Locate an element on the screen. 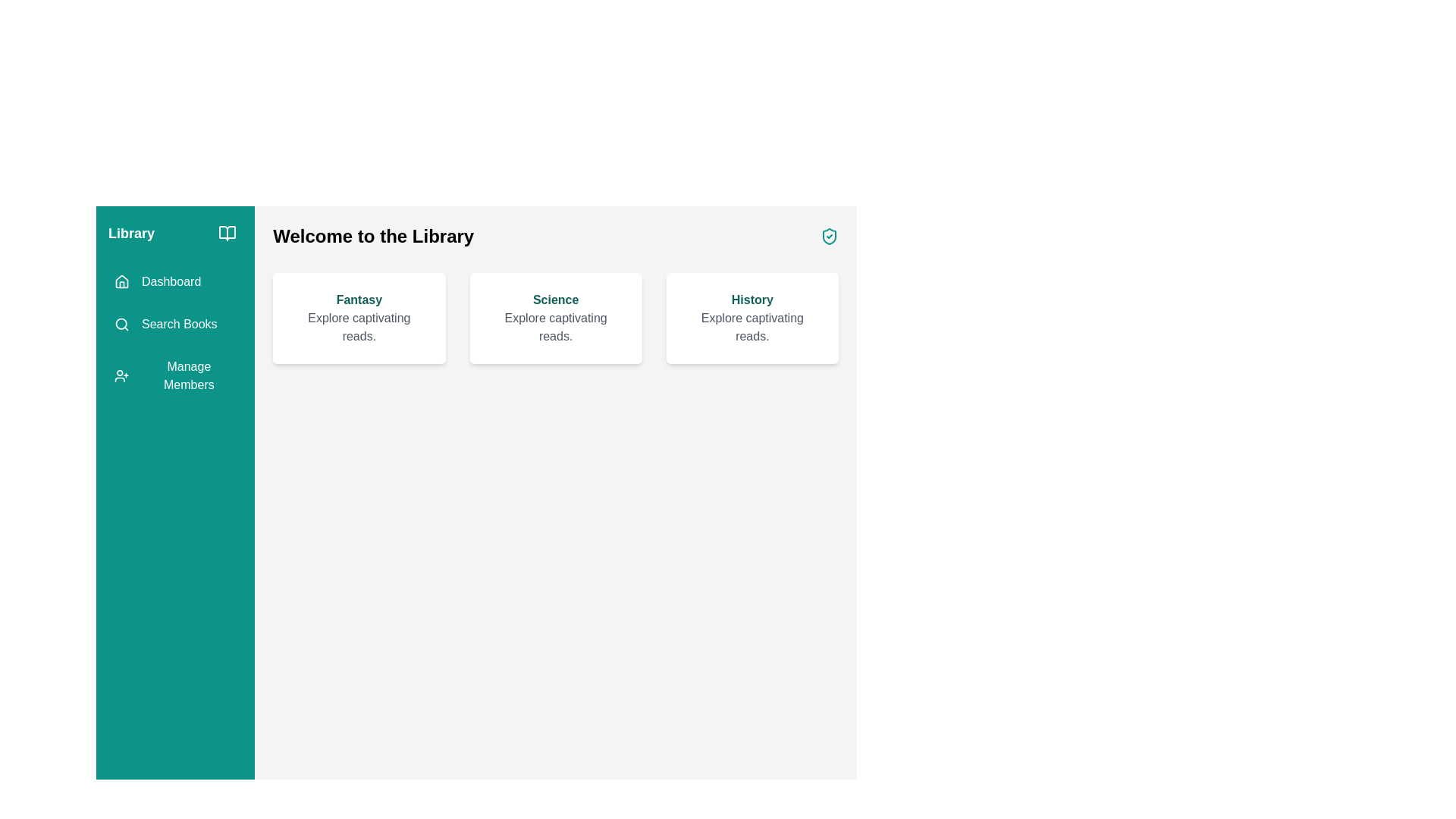  the 'Manage Members' menu item in the sidebar, which features a user icon with a plus sign and has a teal background is located at coordinates (175, 375).